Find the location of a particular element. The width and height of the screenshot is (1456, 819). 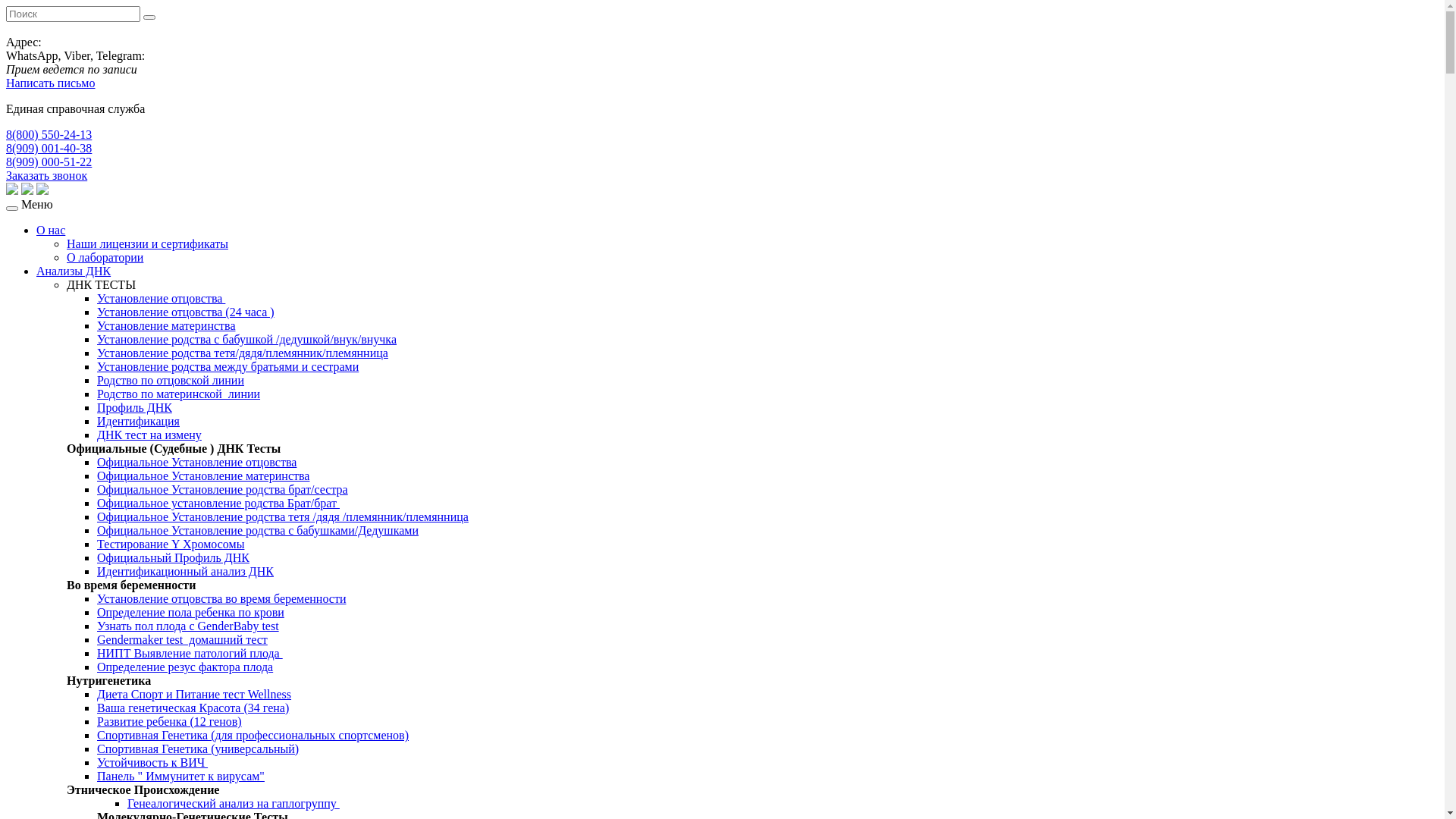

'8(800) 550-24-13' is located at coordinates (49, 133).